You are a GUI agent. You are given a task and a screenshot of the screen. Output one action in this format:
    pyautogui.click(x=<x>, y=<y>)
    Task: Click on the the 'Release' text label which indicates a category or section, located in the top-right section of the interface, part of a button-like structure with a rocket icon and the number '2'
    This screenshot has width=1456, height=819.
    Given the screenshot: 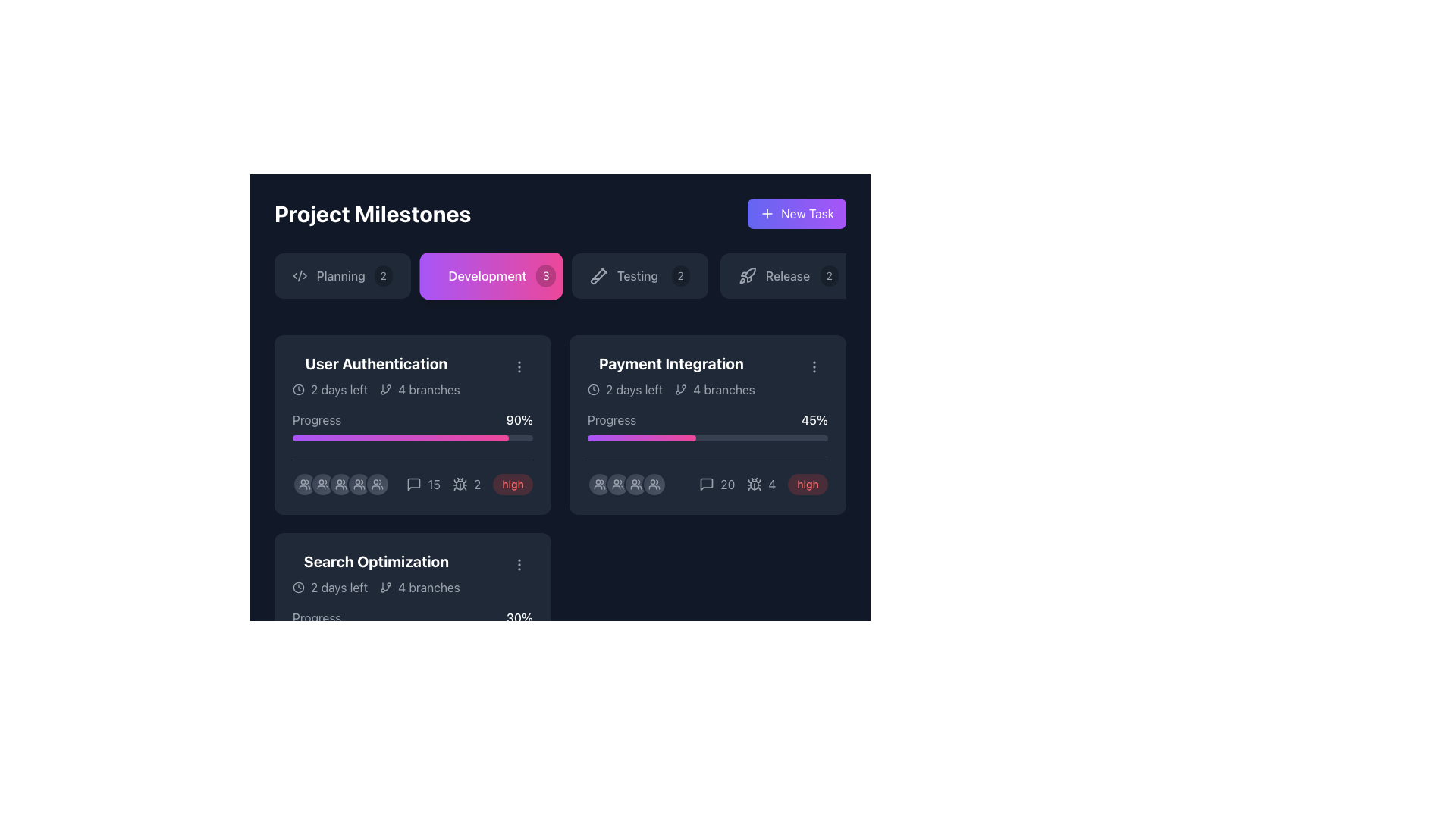 What is the action you would take?
    pyautogui.click(x=788, y=275)
    